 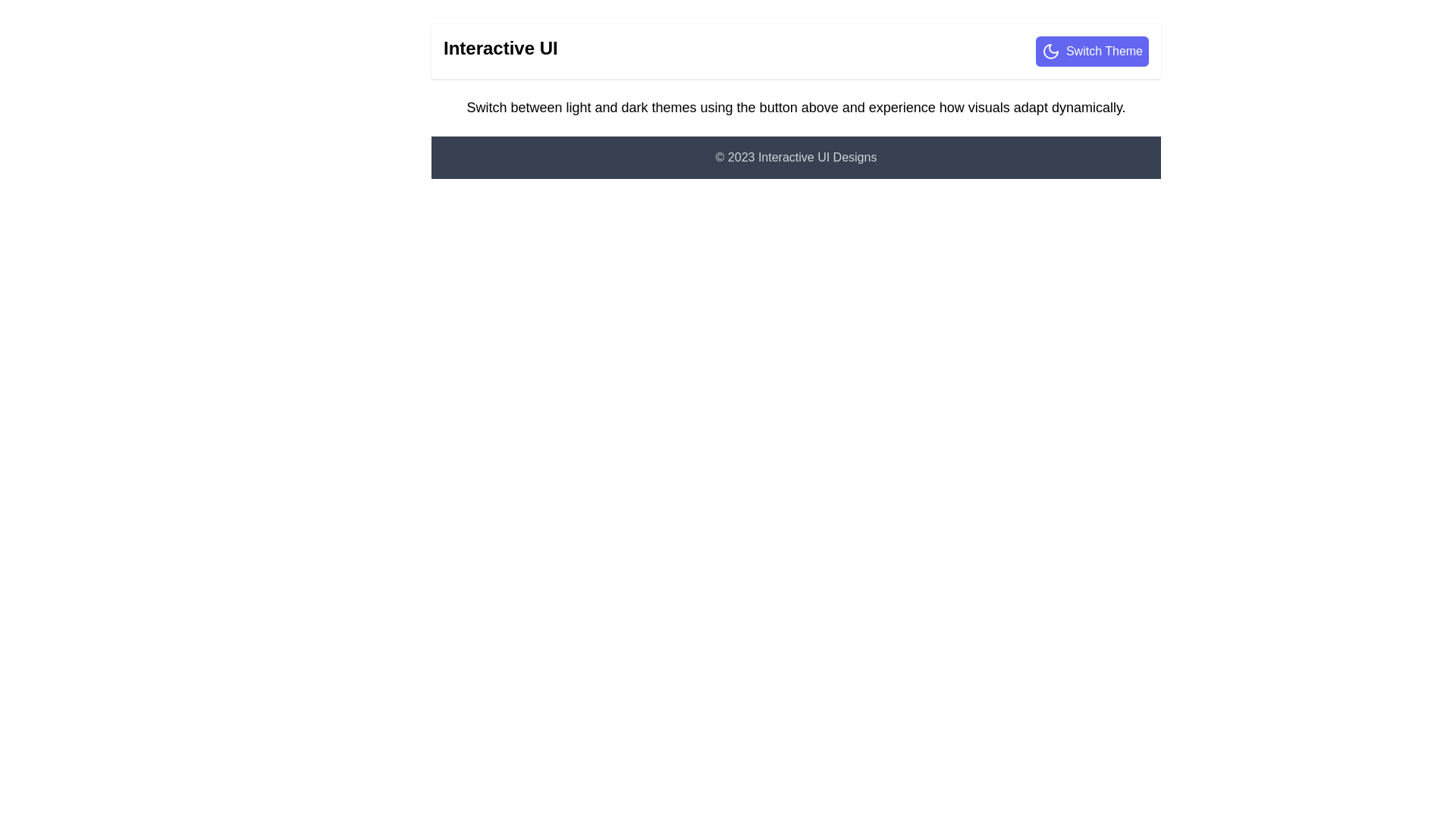 I want to click on attributes of the Icon (Crescent Moon) located in the top bar of the interface, adjacent to the 'Switch Theme' button, so click(x=1050, y=51).